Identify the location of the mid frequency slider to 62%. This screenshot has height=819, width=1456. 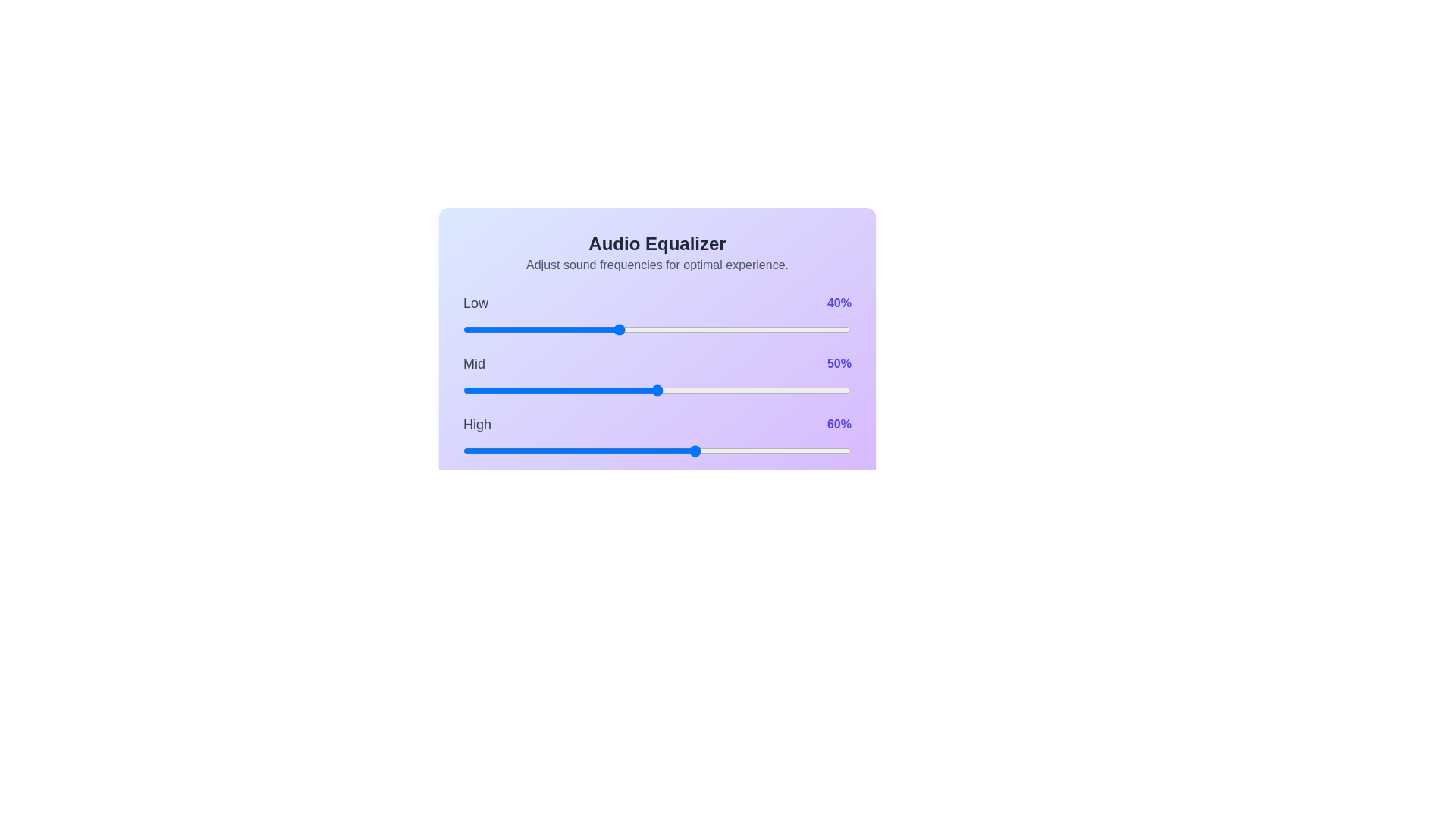
(703, 390).